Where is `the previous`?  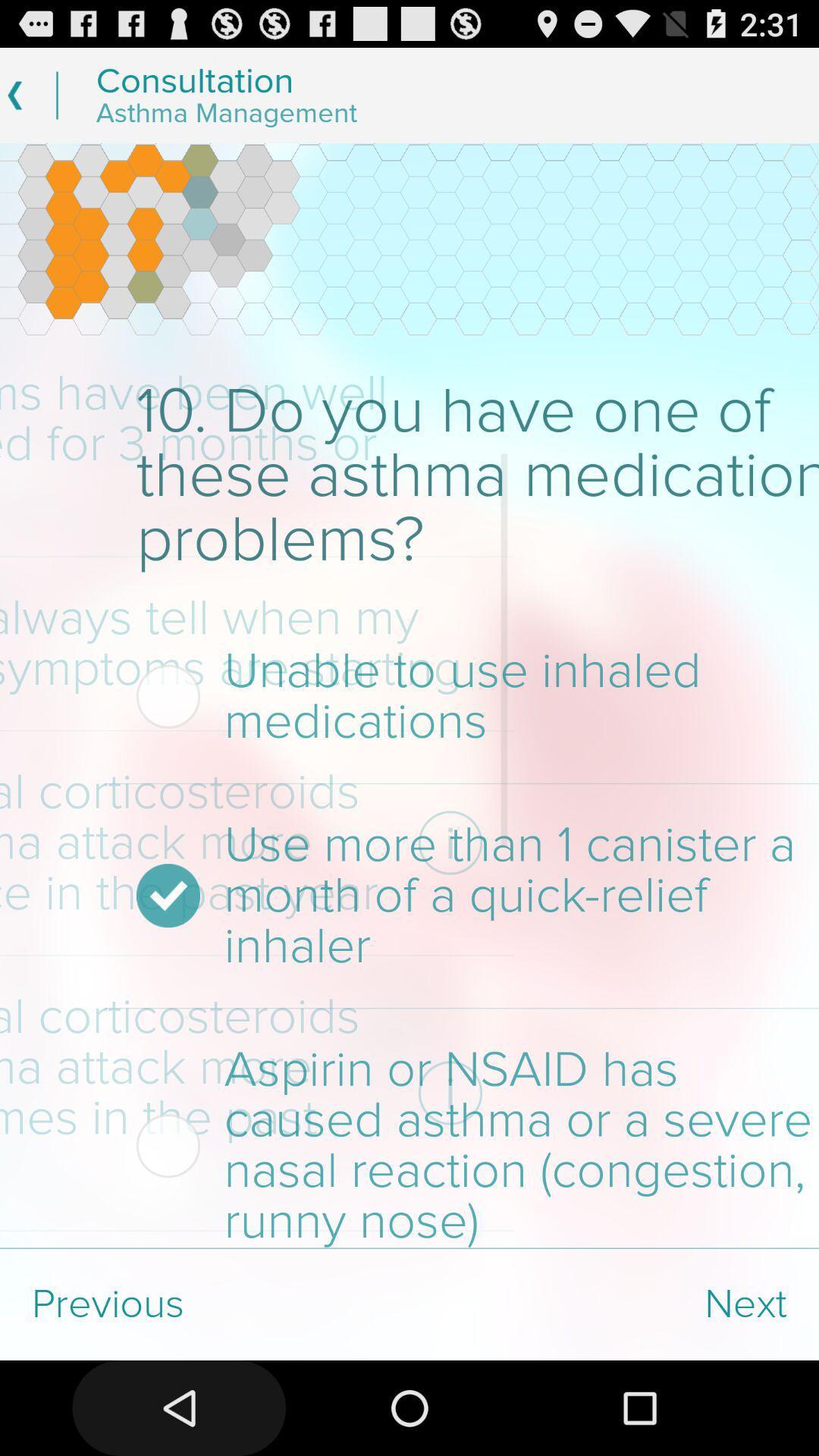 the previous is located at coordinates (205, 1304).